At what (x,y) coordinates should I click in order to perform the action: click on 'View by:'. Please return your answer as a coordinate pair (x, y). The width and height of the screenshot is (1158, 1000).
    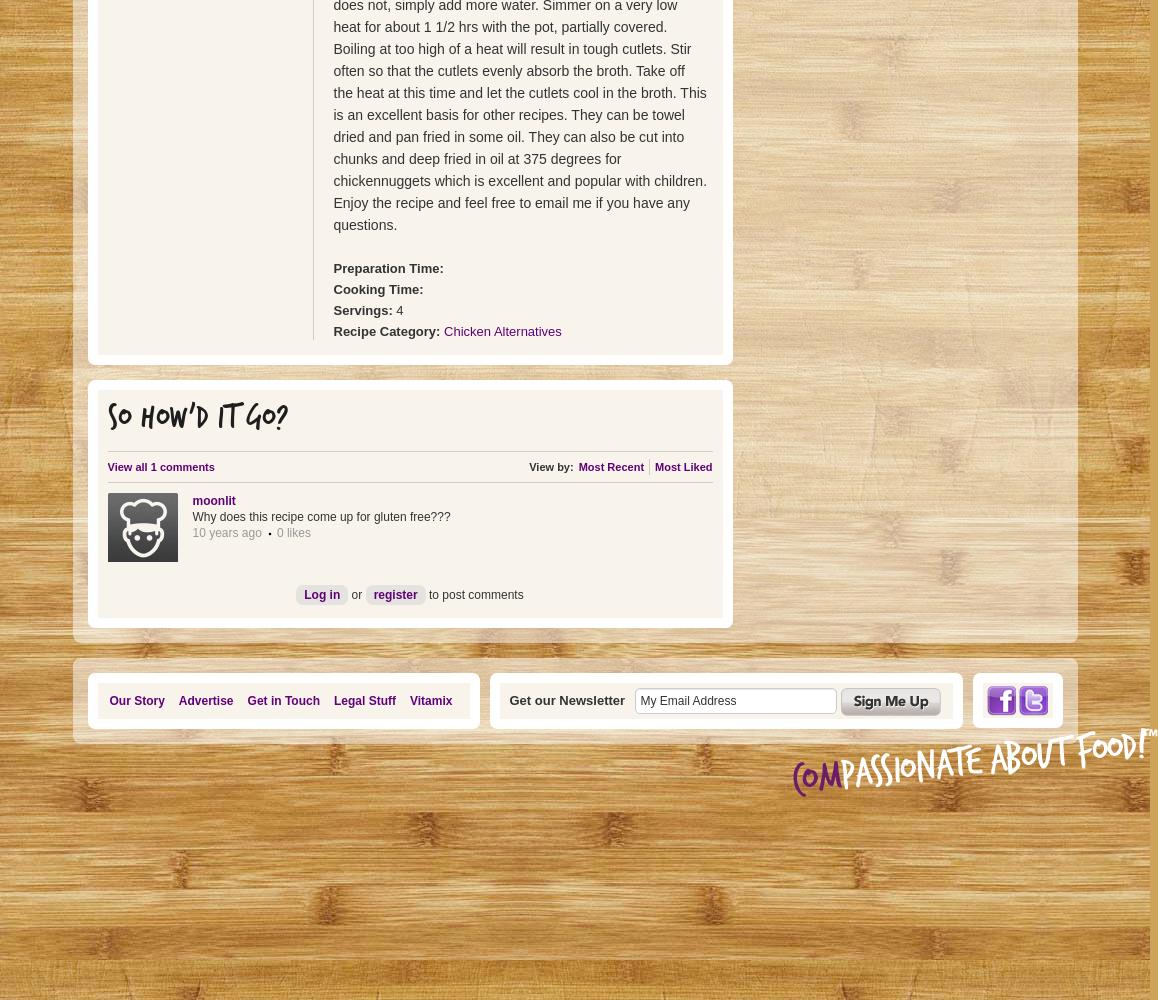
    Looking at the image, I should click on (550, 466).